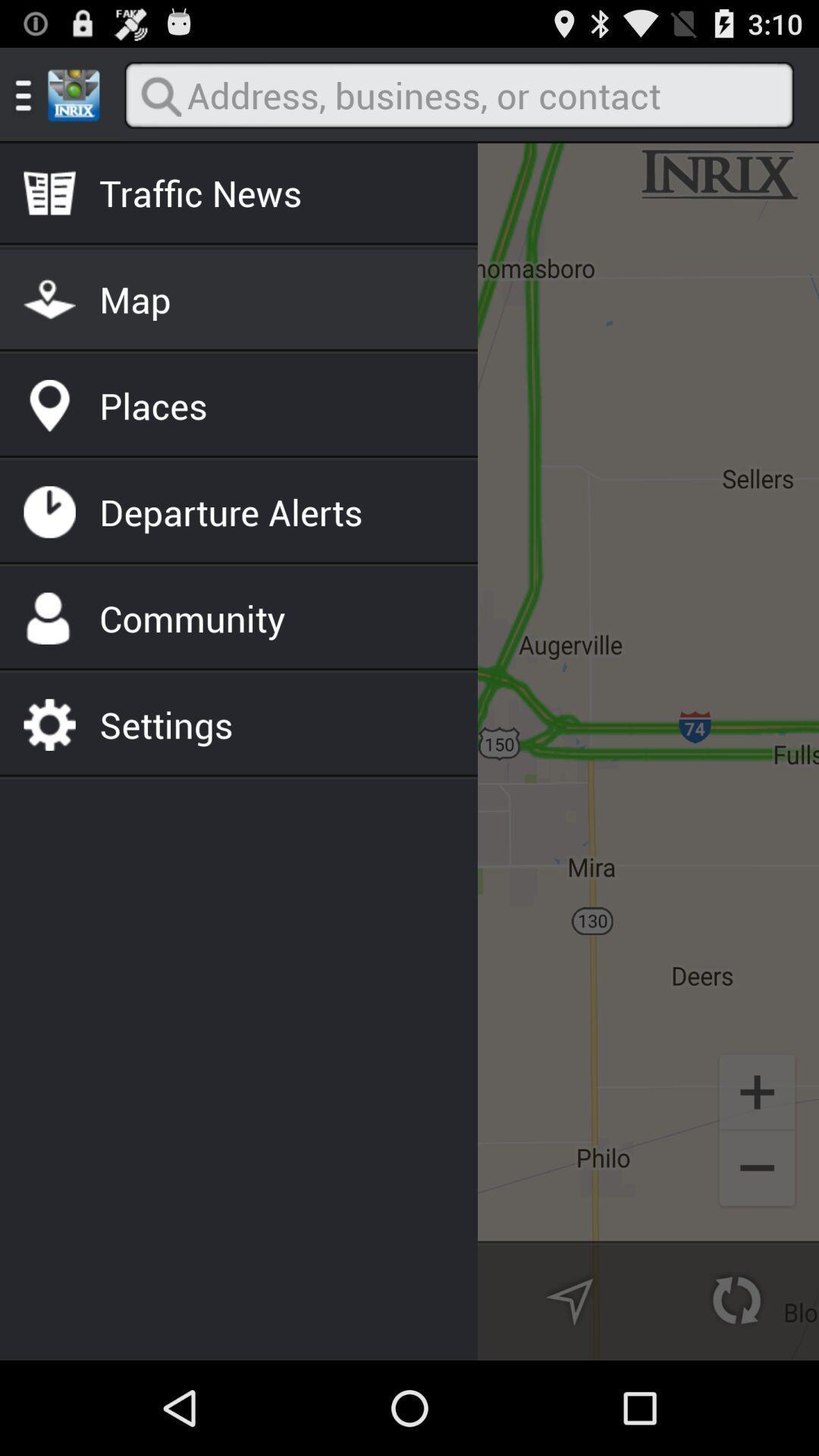 The height and width of the screenshot is (1456, 819). Describe the element at coordinates (166, 723) in the screenshot. I see `the settings icon` at that location.